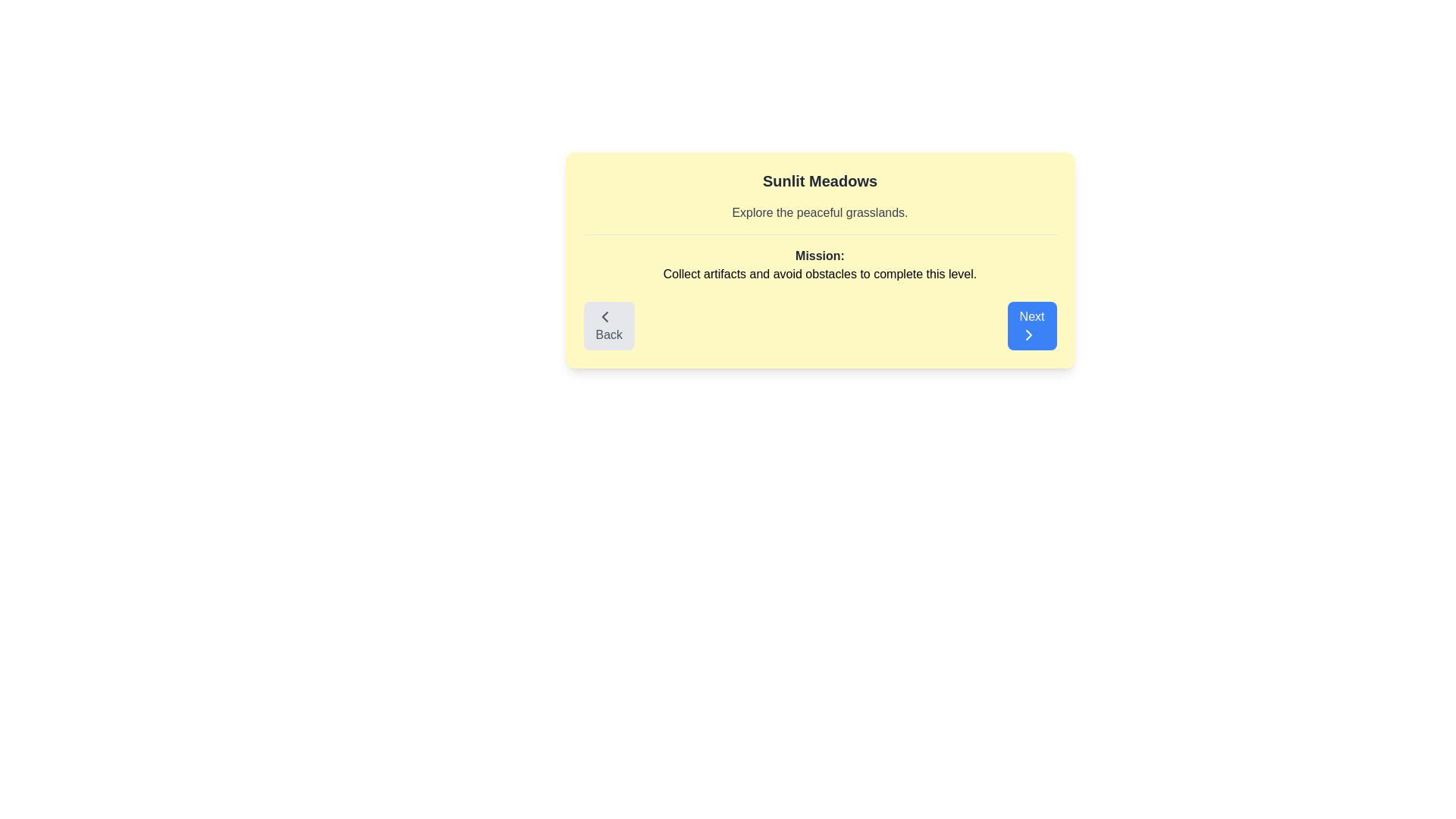 Image resolution: width=1456 pixels, height=819 pixels. I want to click on the Next button to navigate between levels, so click(1031, 325).